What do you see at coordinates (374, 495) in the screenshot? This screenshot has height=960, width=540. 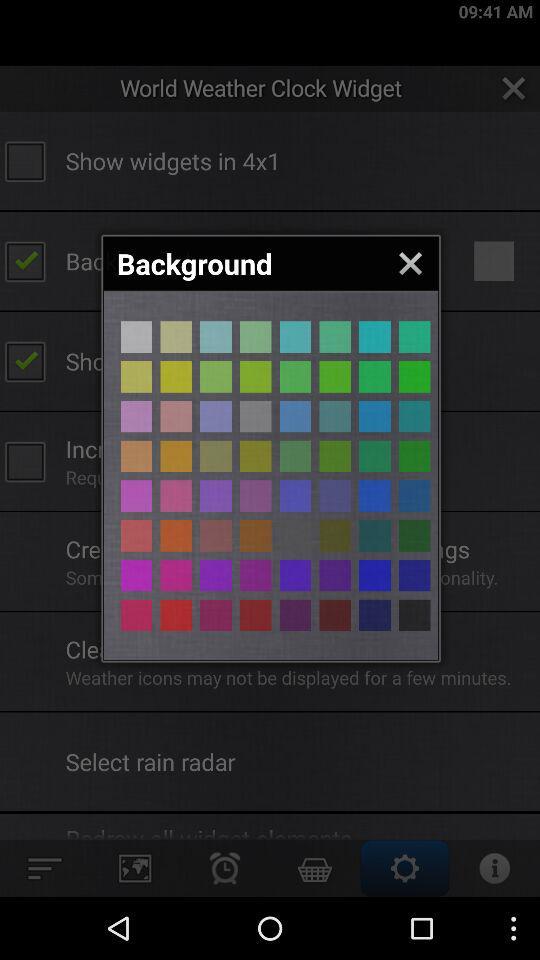 I see `colour` at bounding box center [374, 495].